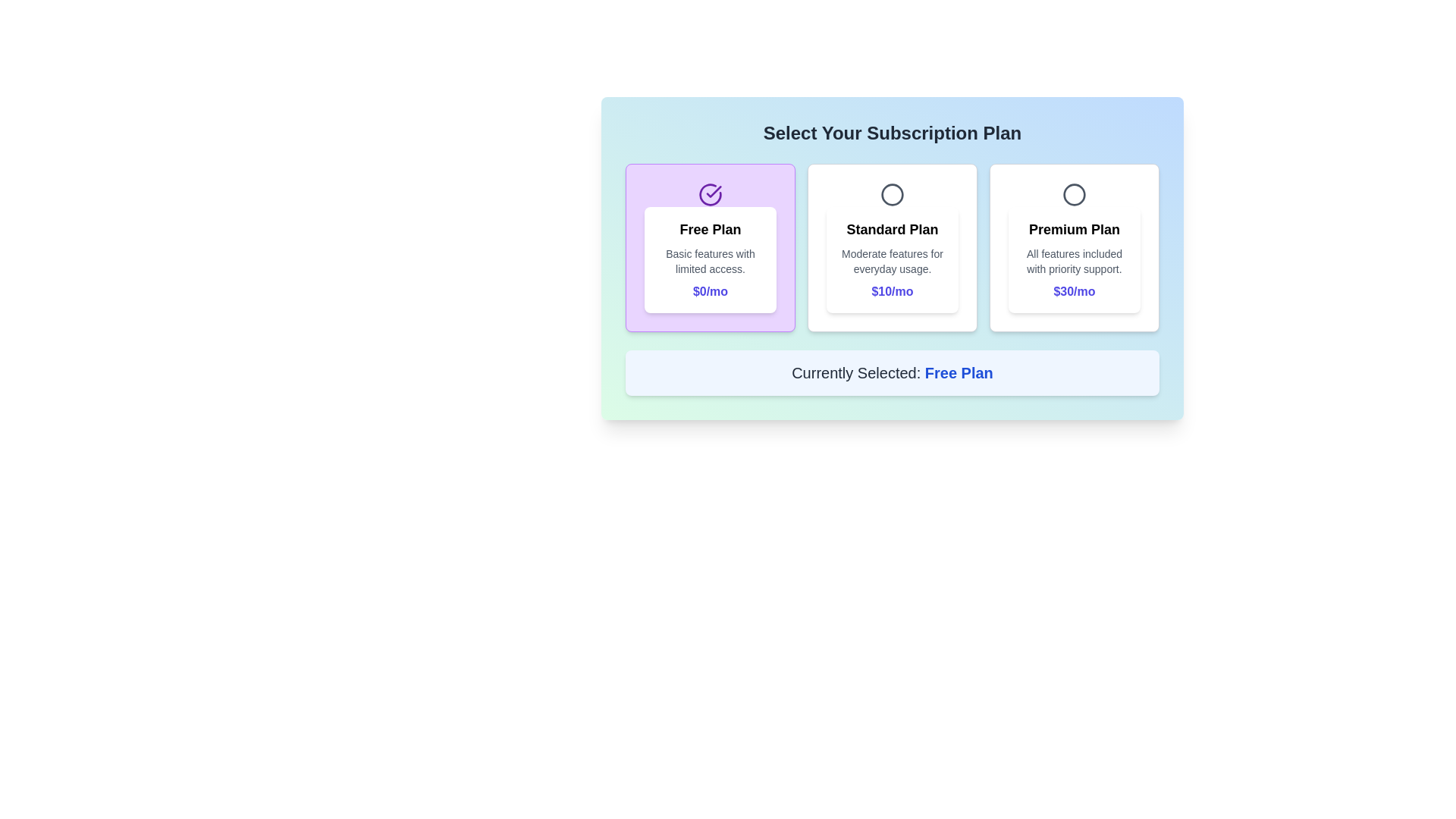 The image size is (1456, 819). What do you see at coordinates (709, 260) in the screenshot?
I see `the text block that reads 'Basic features with limited access.' positioned below the 'Free Plan' title` at bounding box center [709, 260].